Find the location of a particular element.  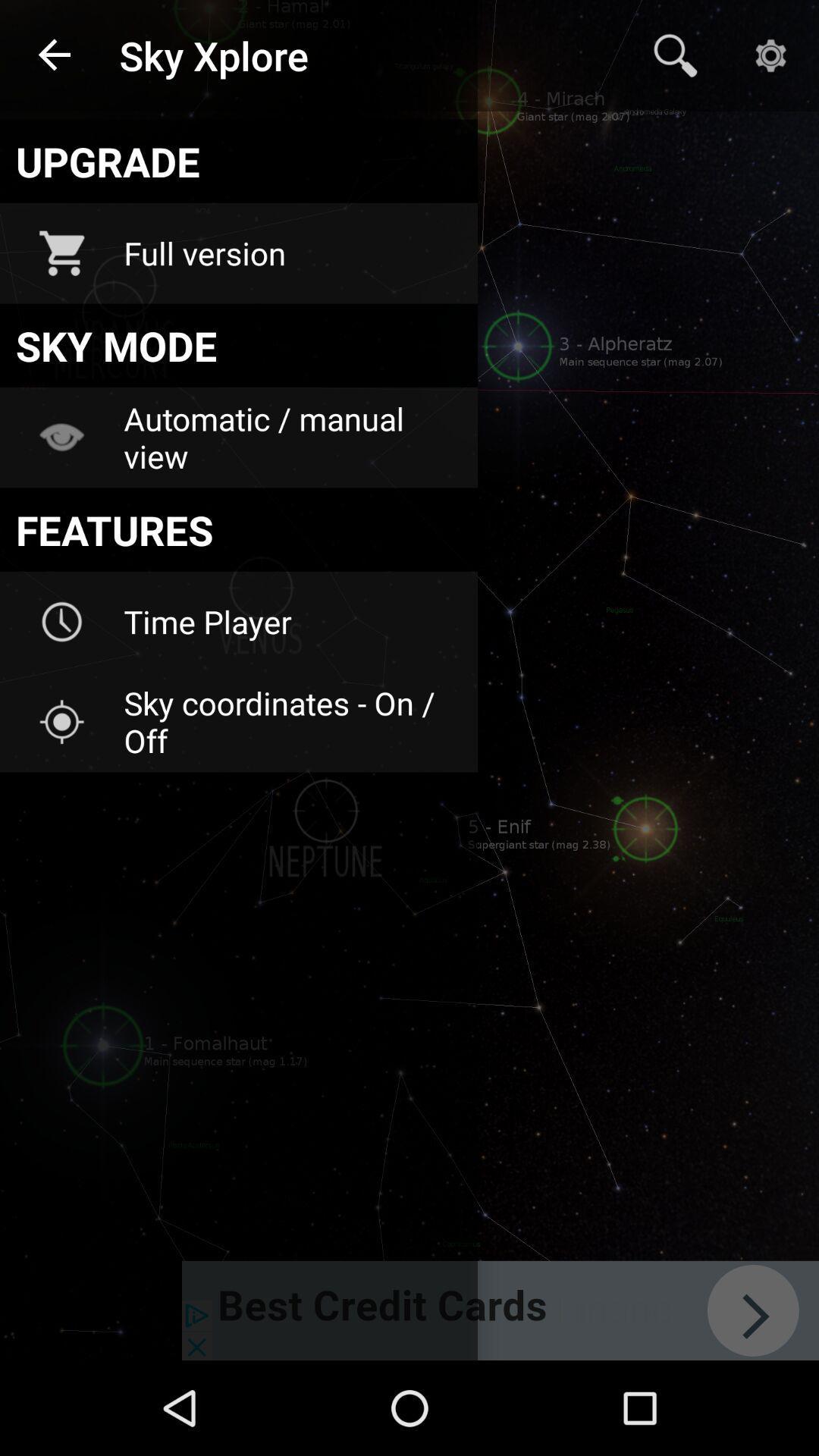

full version icon is located at coordinates (290, 253).